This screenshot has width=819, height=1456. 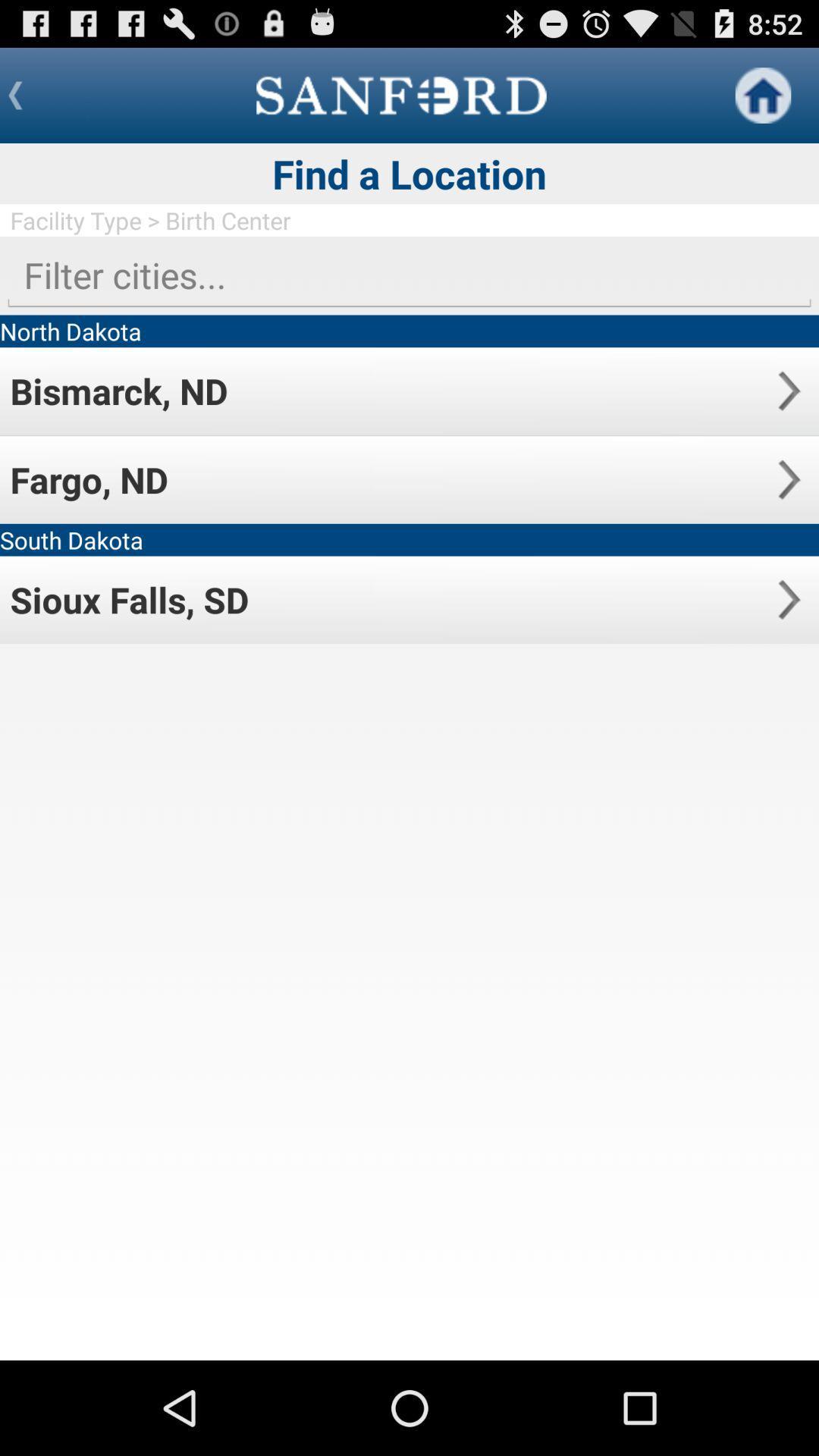 I want to click on the right arrow icon right side of bismarcknd, so click(x=788, y=391).